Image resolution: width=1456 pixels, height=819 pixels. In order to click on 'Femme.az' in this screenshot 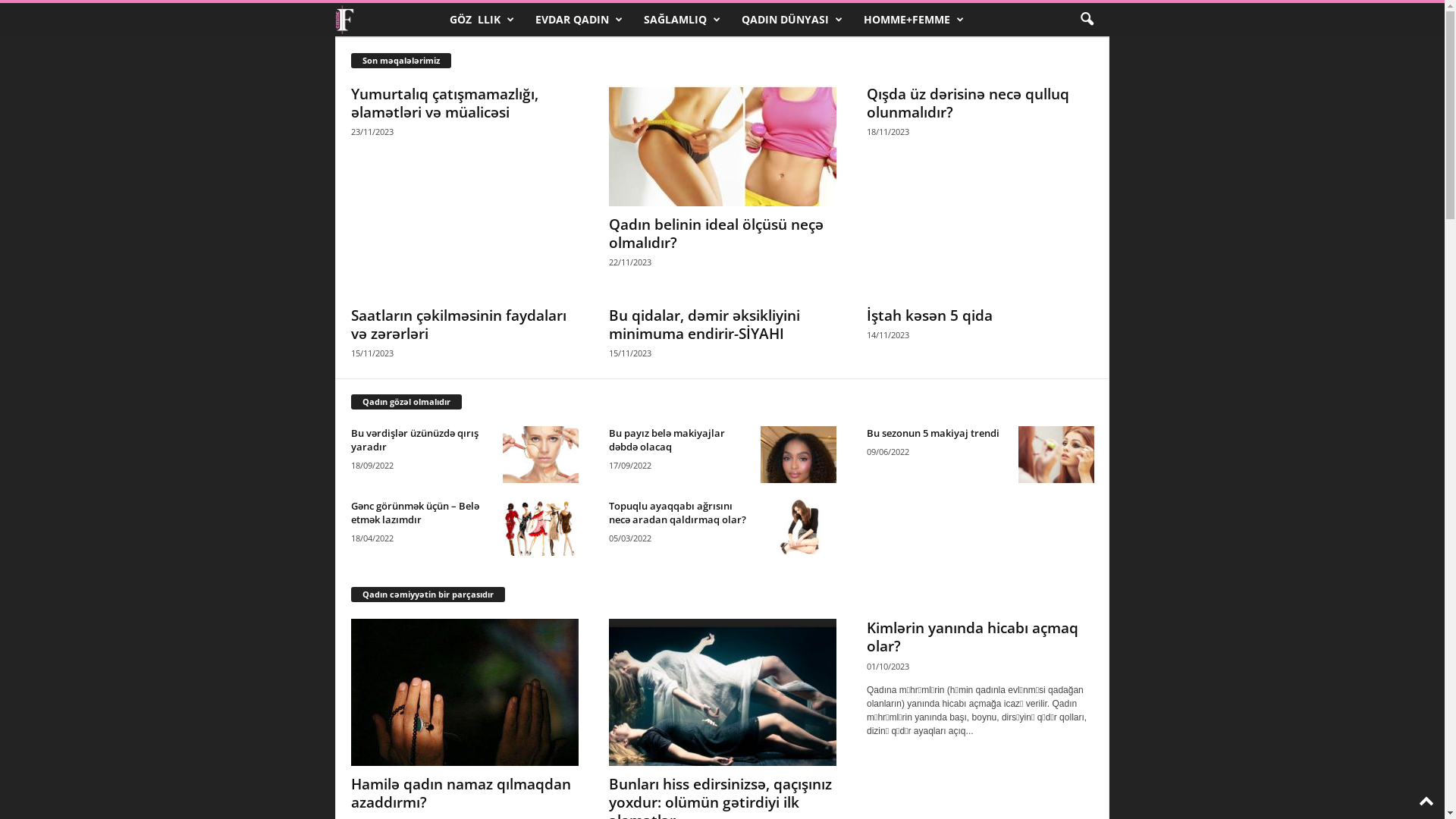, I will do `click(334, 20)`.